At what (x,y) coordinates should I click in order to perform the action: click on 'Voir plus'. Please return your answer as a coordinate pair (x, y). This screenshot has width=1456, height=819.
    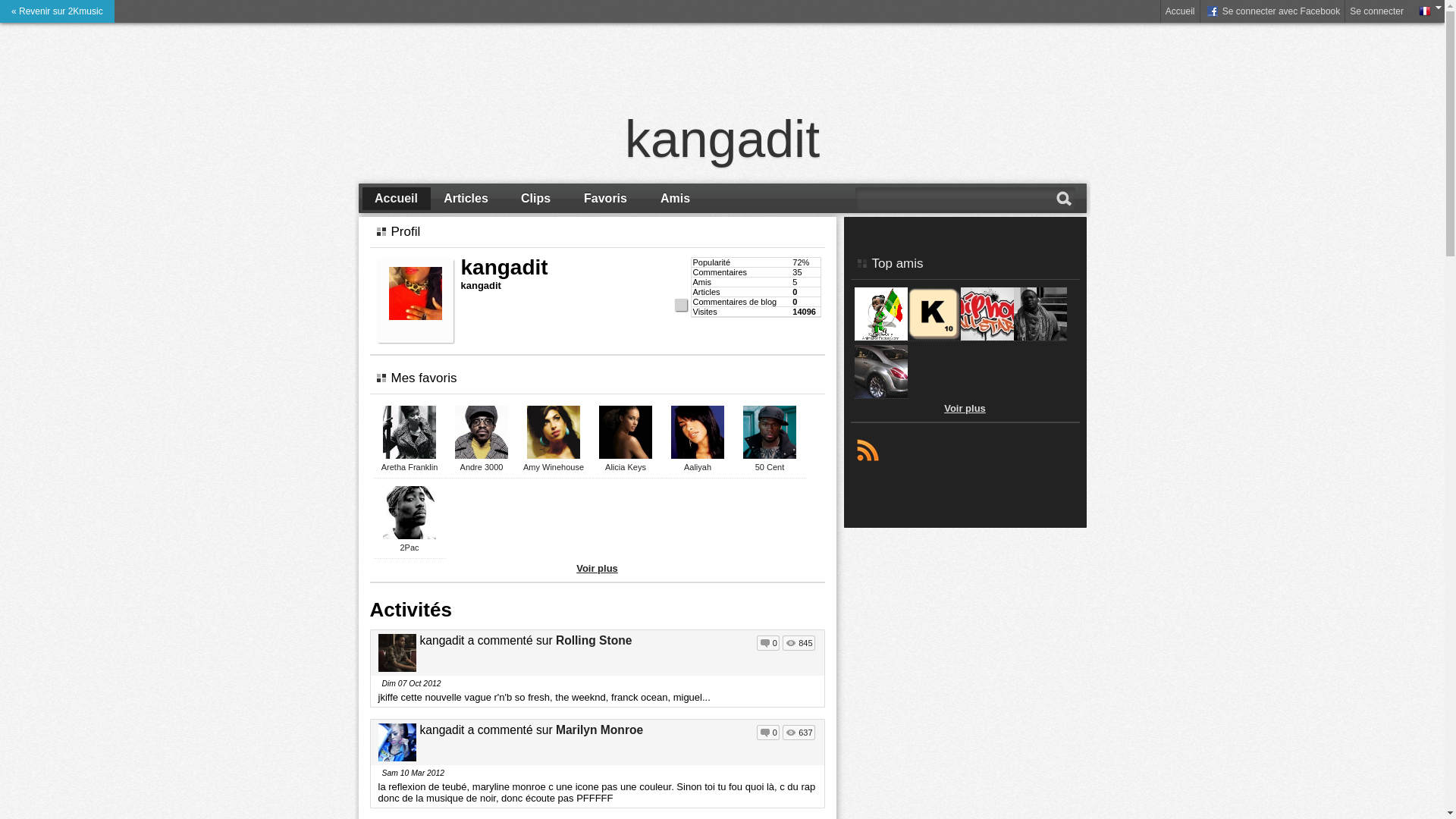
    Looking at the image, I should click on (943, 407).